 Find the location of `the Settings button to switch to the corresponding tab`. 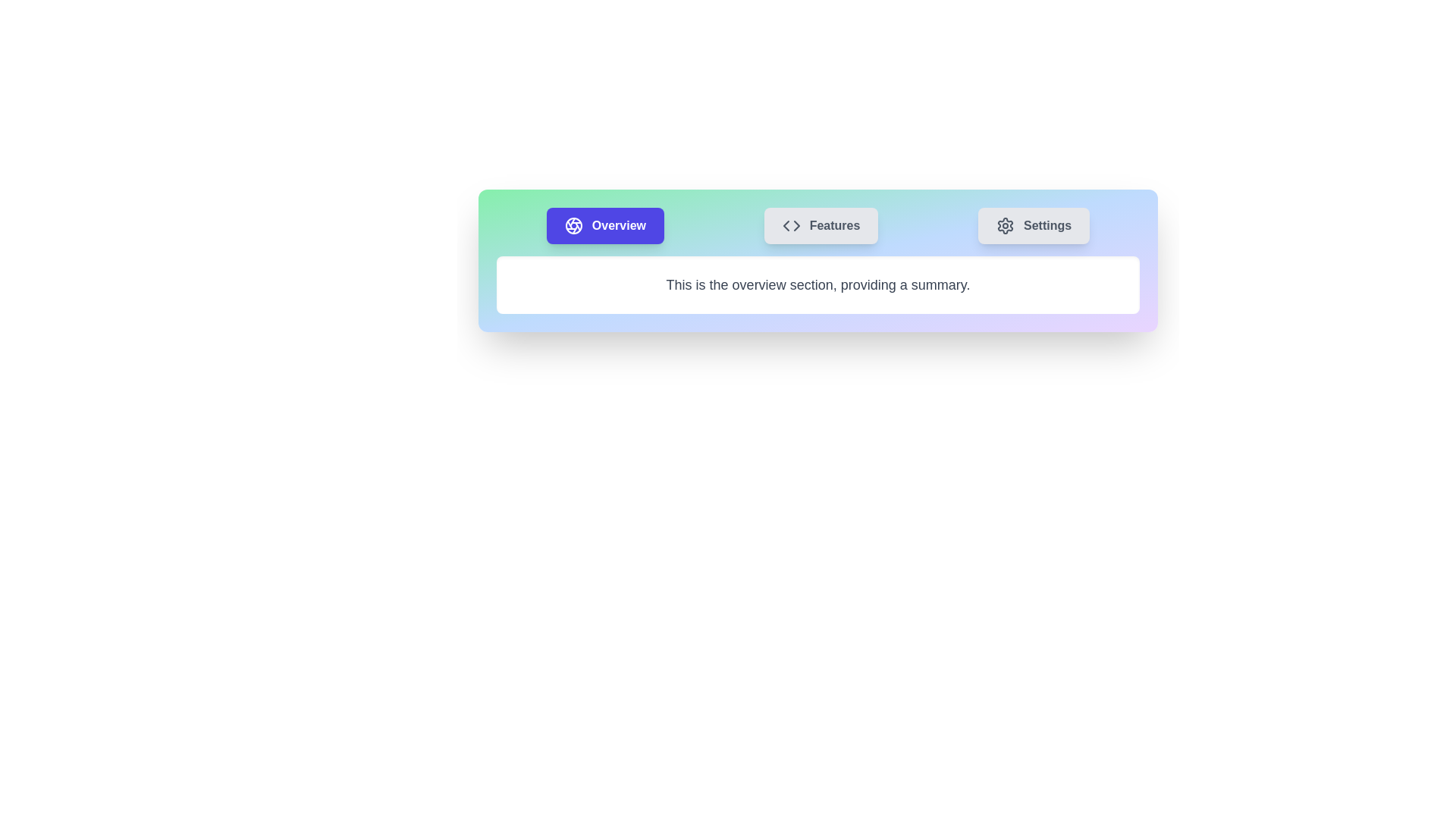

the Settings button to switch to the corresponding tab is located at coordinates (1033, 225).